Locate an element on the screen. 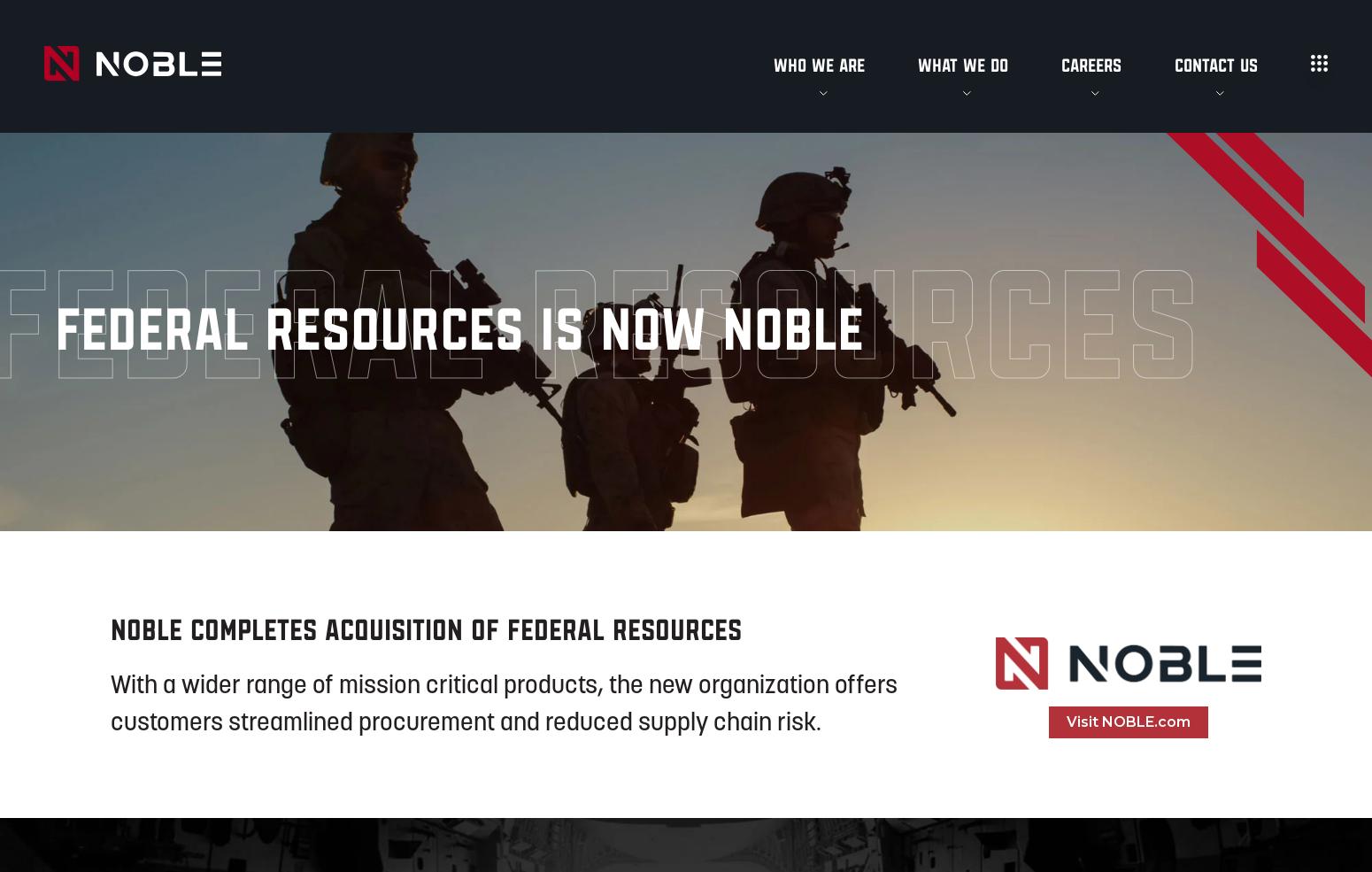 Image resolution: width=1372 pixels, height=872 pixels. 'Veterans' is located at coordinates (1056, 197).